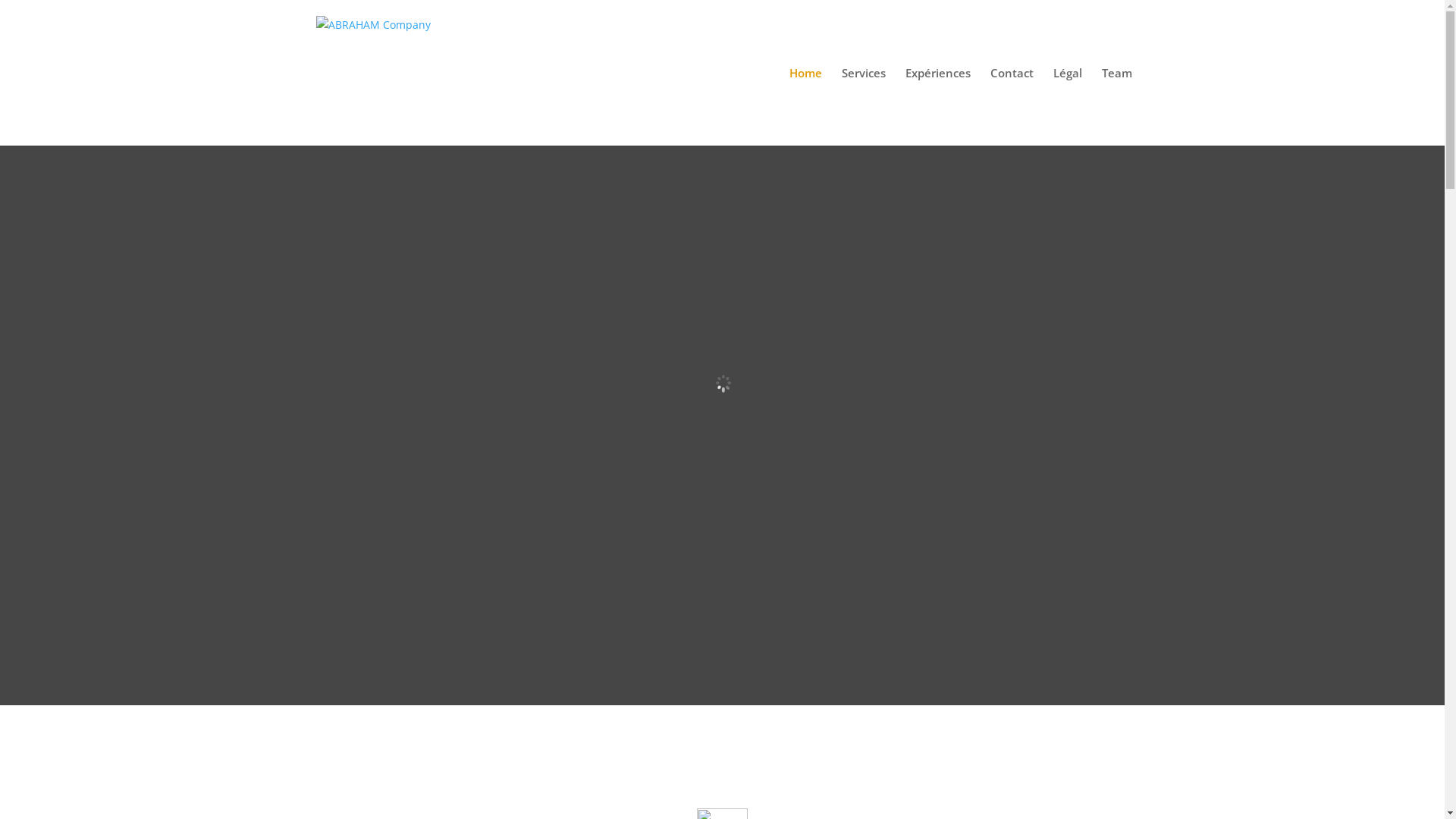 The image size is (1456, 819). I want to click on 'Contact', so click(1012, 105).